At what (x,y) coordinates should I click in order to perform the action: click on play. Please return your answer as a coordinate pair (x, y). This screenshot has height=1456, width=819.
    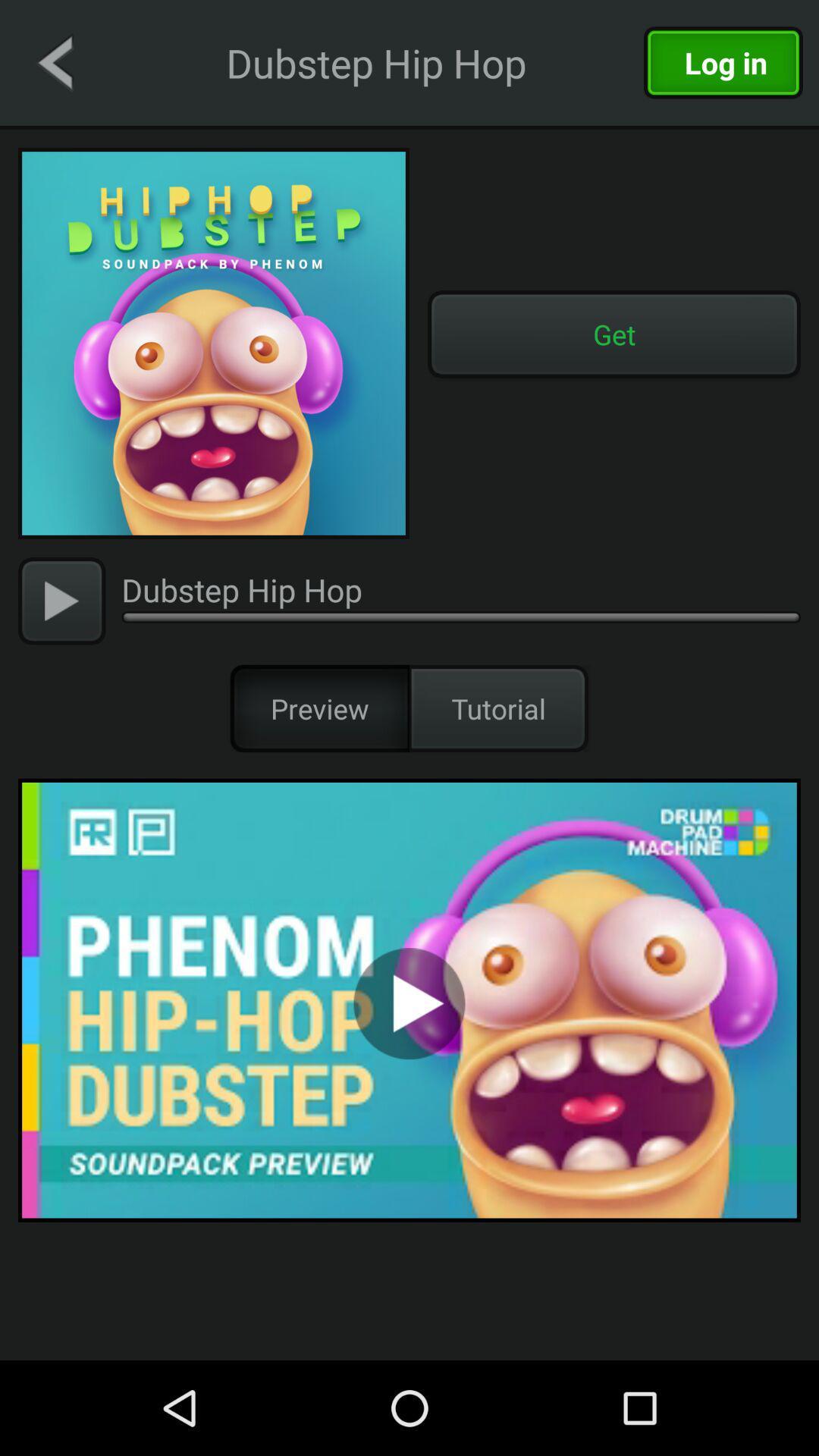
    Looking at the image, I should click on (61, 600).